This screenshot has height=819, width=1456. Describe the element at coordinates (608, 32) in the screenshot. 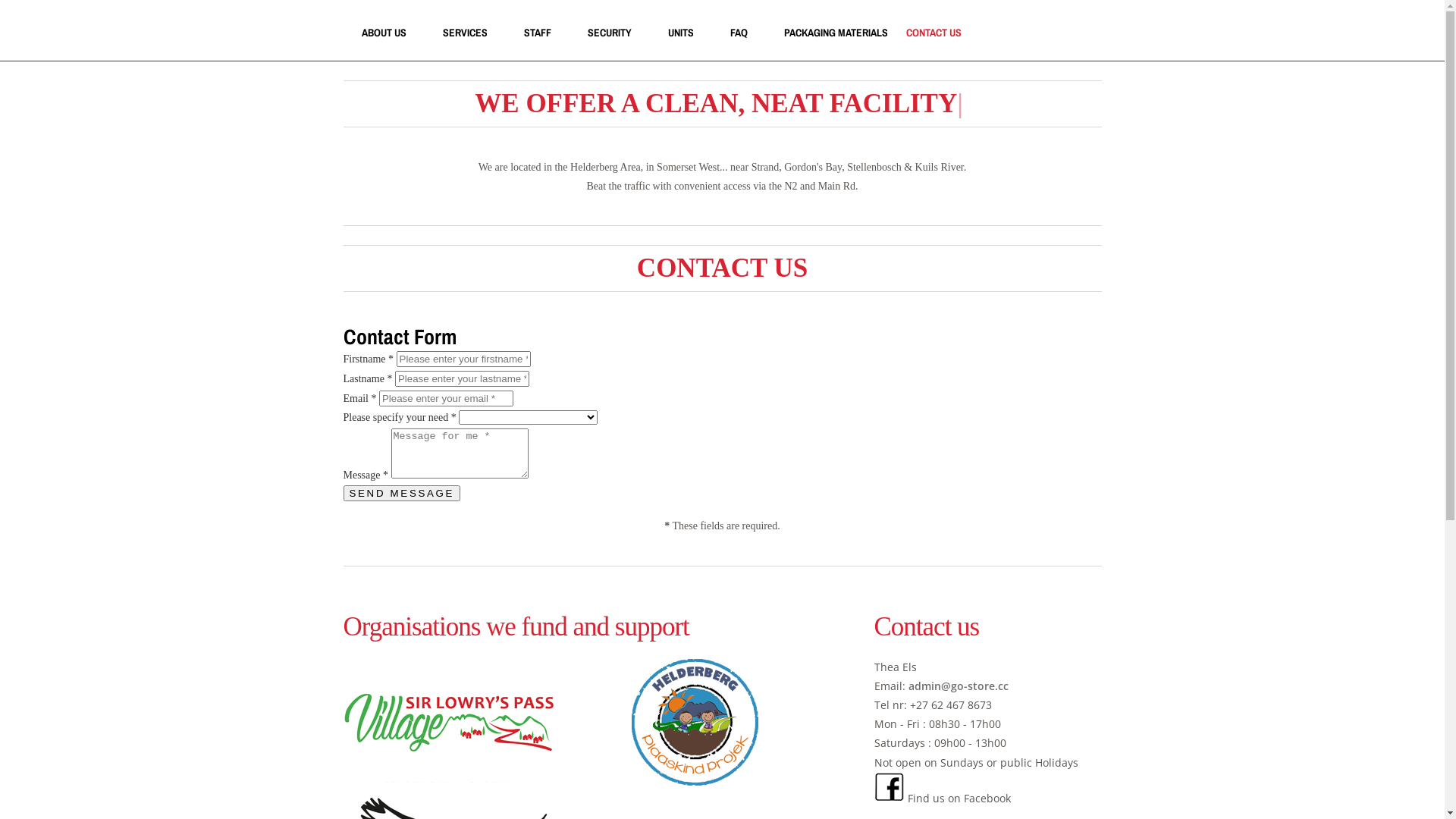

I see `'SECURITY'` at that location.